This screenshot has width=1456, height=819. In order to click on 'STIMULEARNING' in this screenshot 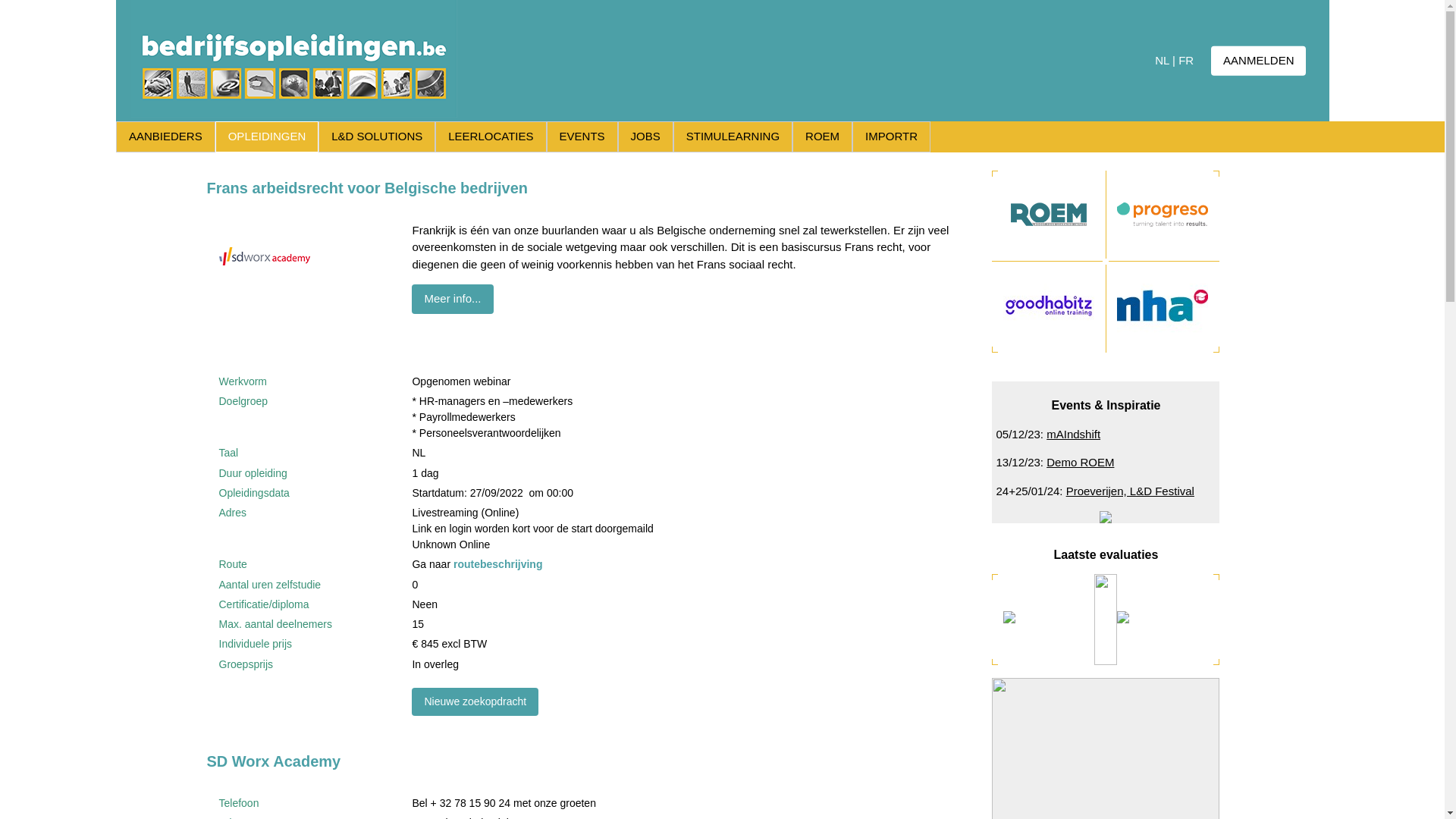, I will do `click(732, 136)`.